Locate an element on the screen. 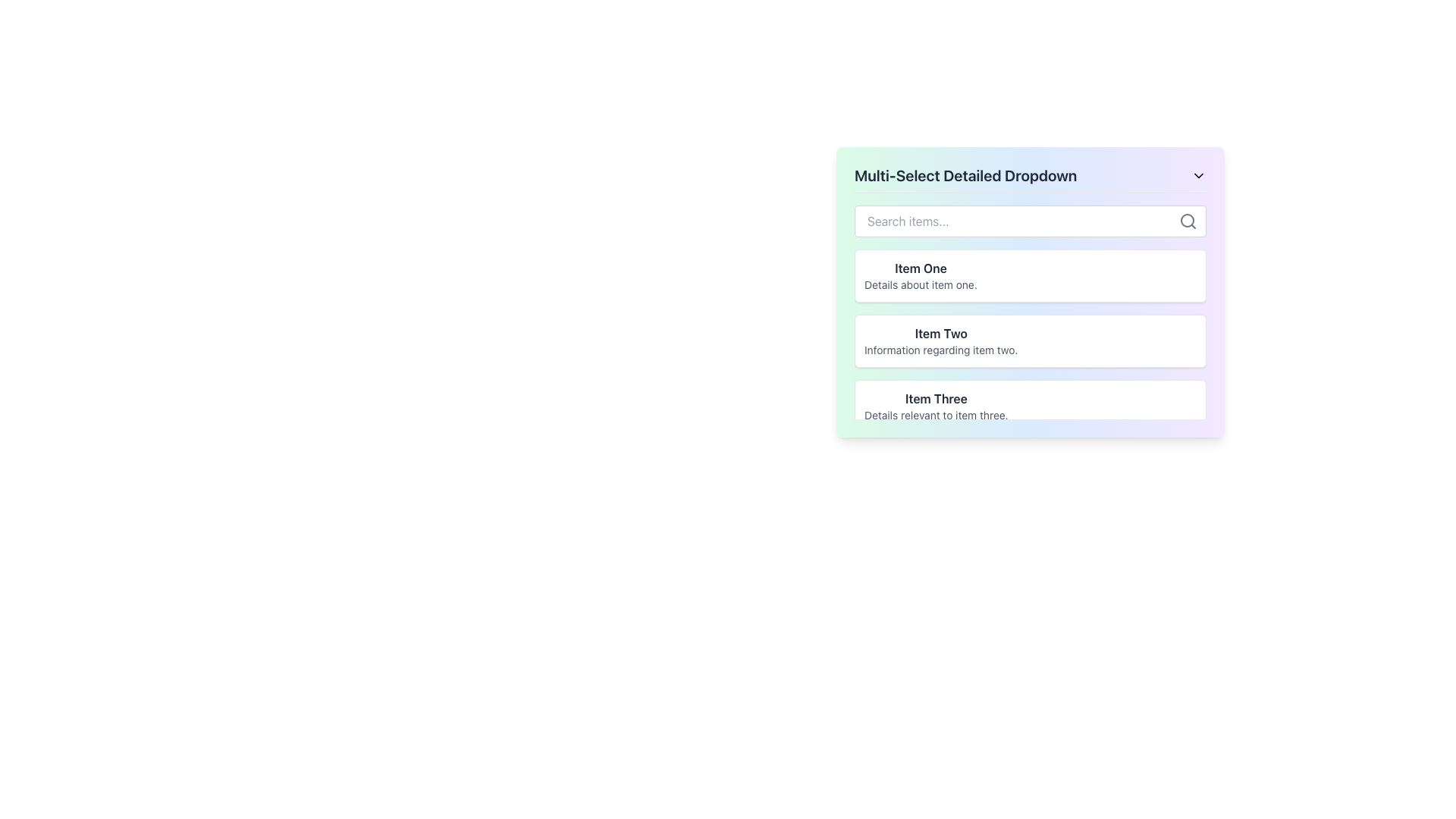 The image size is (1456, 819). the second selectable list item titled 'Item Two' in the dropdown interface is located at coordinates (1030, 341).